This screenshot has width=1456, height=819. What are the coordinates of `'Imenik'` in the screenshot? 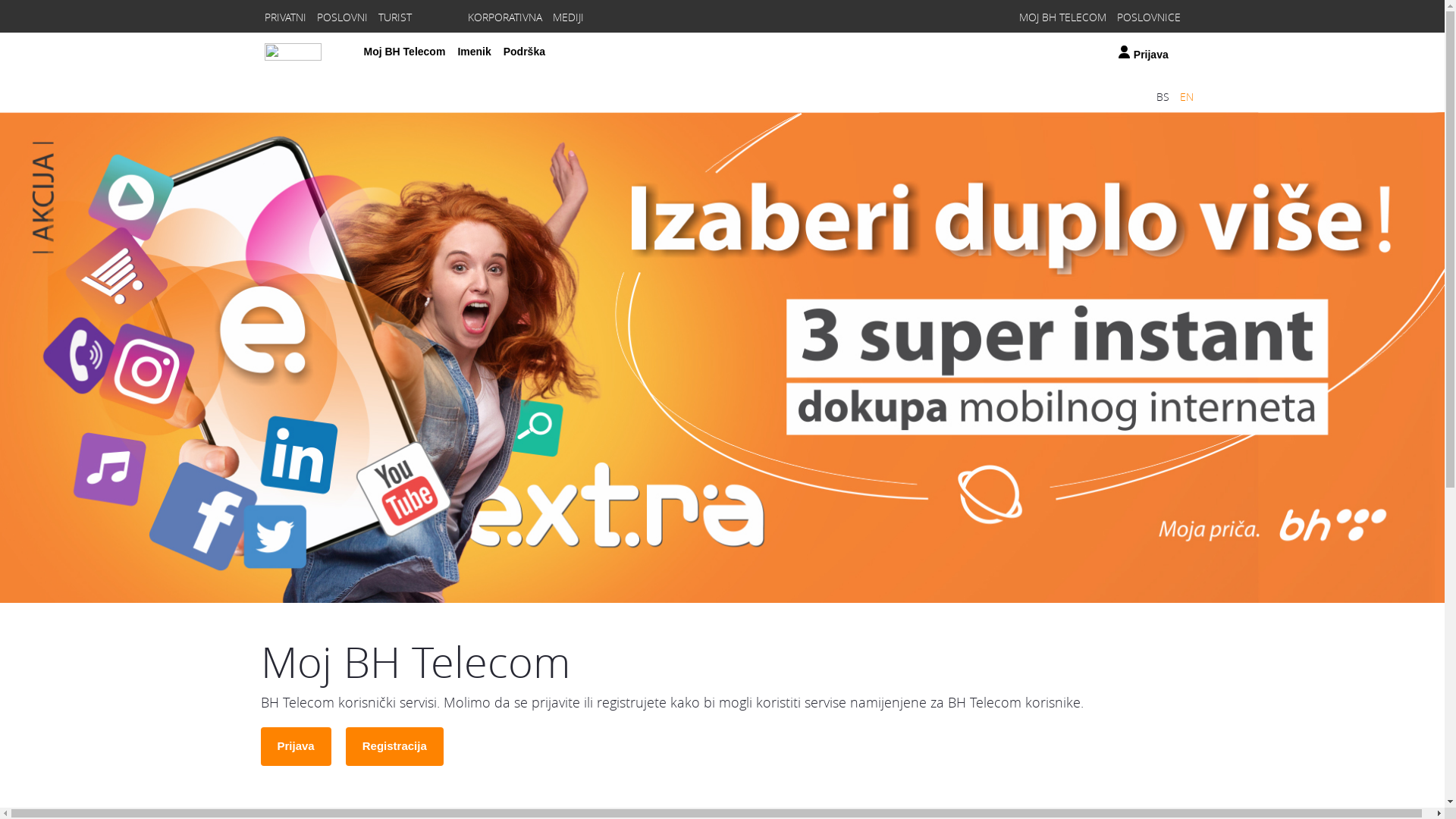 It's located at (472, 51).